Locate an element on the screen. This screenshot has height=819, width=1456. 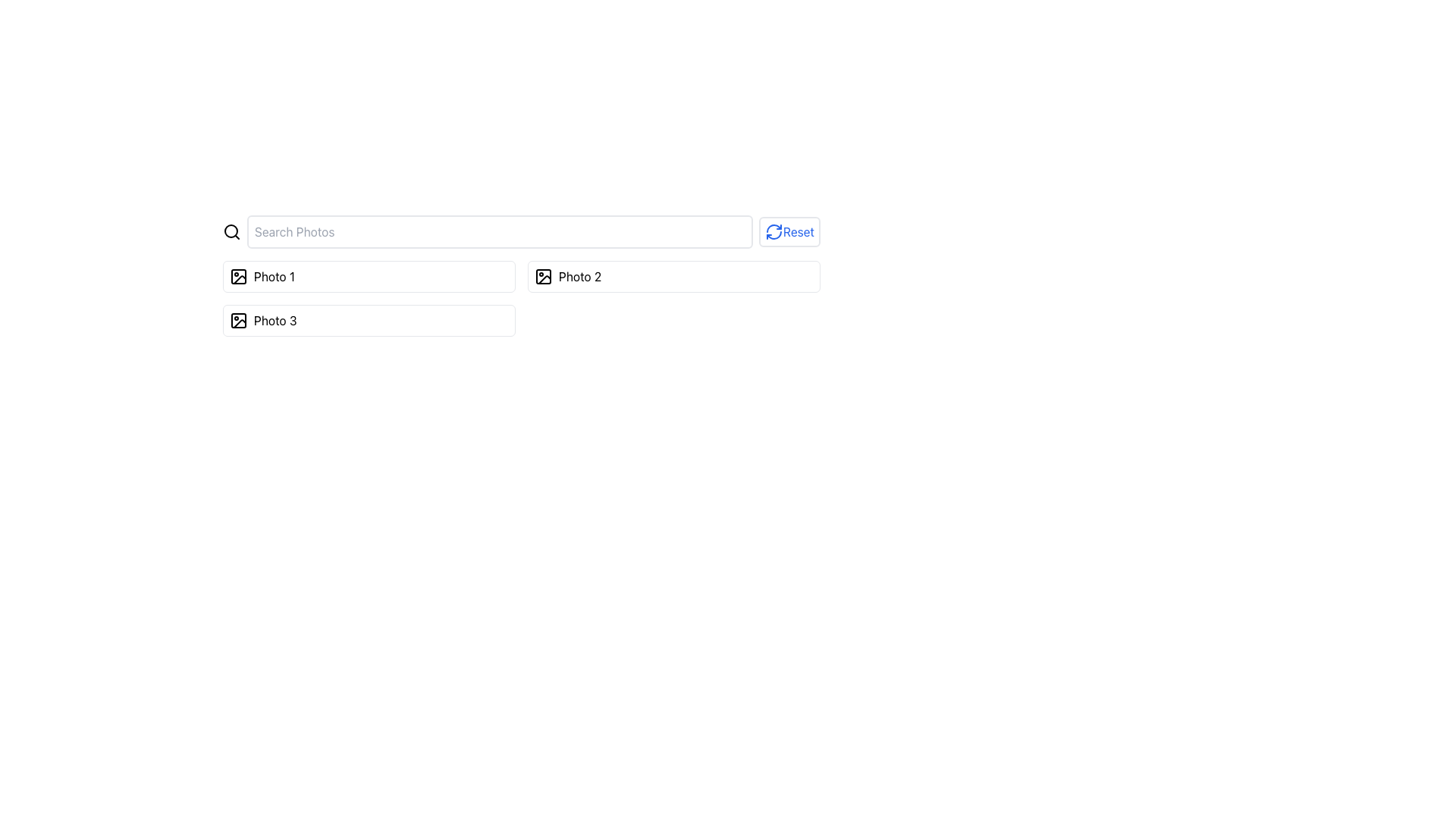
the image-related icon located on the top-left corner of the button labeled 'Photo 1' in the first row of the photo selection panel is located at coordinates (238, 277).